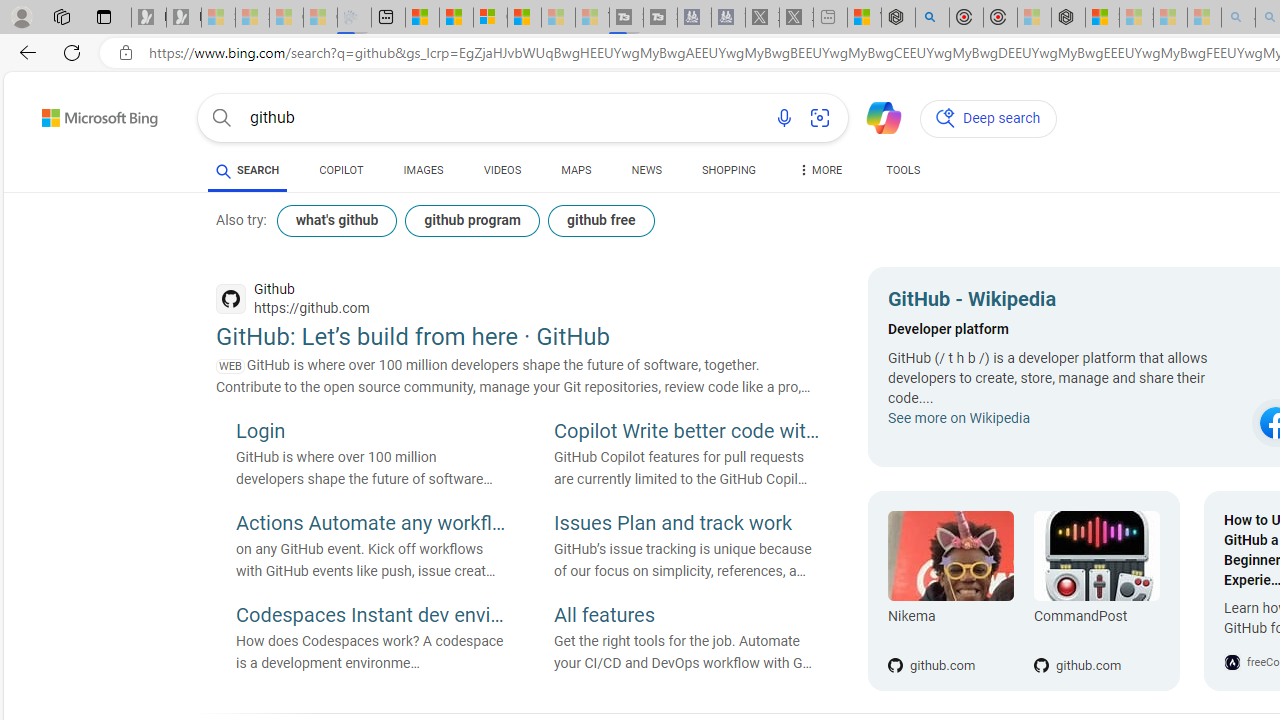 The height and width of the screenshot is (720, 1280). I want to click on 'IMAGES', so click(422, 172).